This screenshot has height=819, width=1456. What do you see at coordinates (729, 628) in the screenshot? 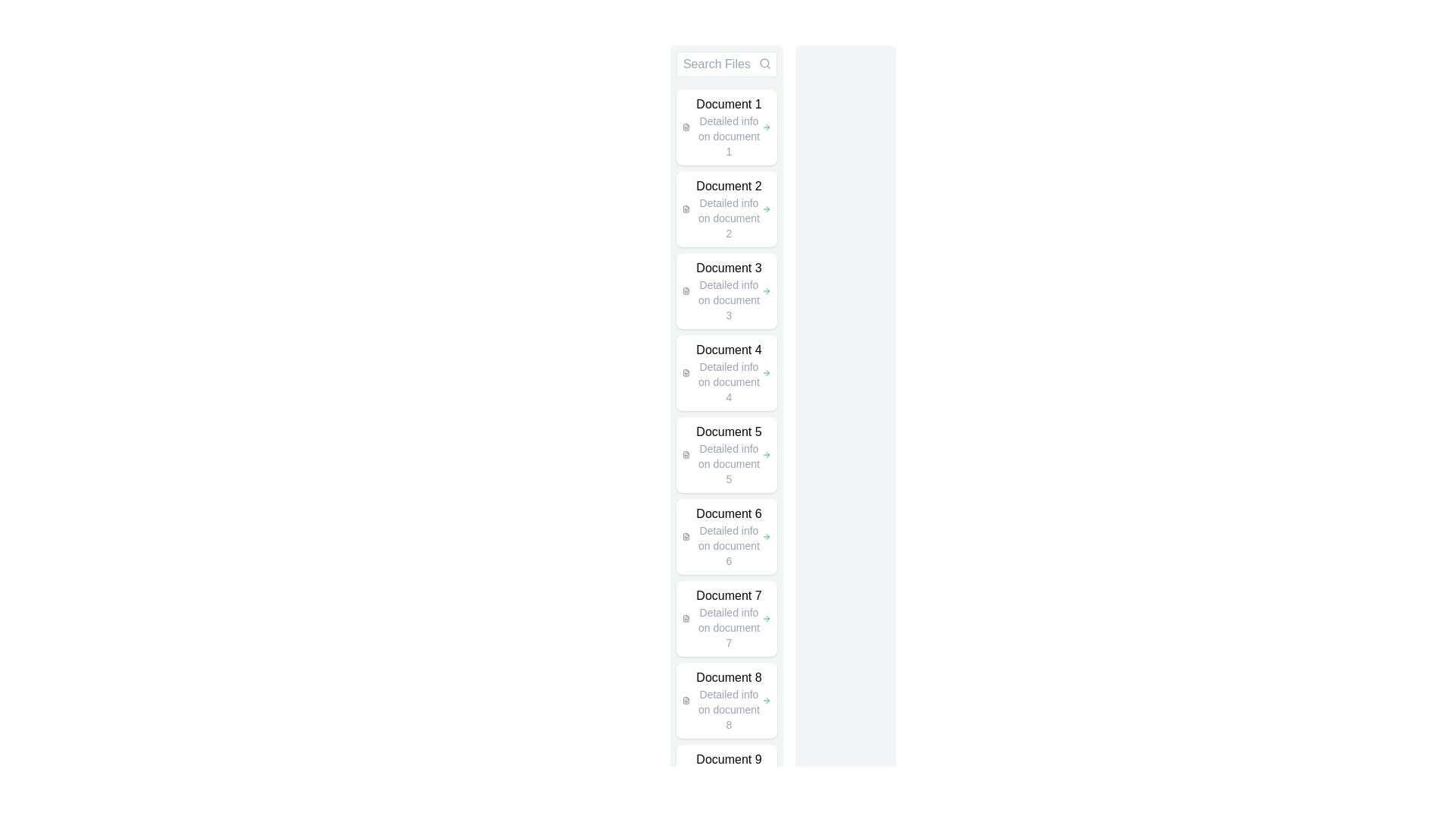
I see `the text label displaying 'Detailed info on document 7', which is styled with a smaller gray font and positioned below the bolded title 'Document 7'` at bounding box center [729, 628].